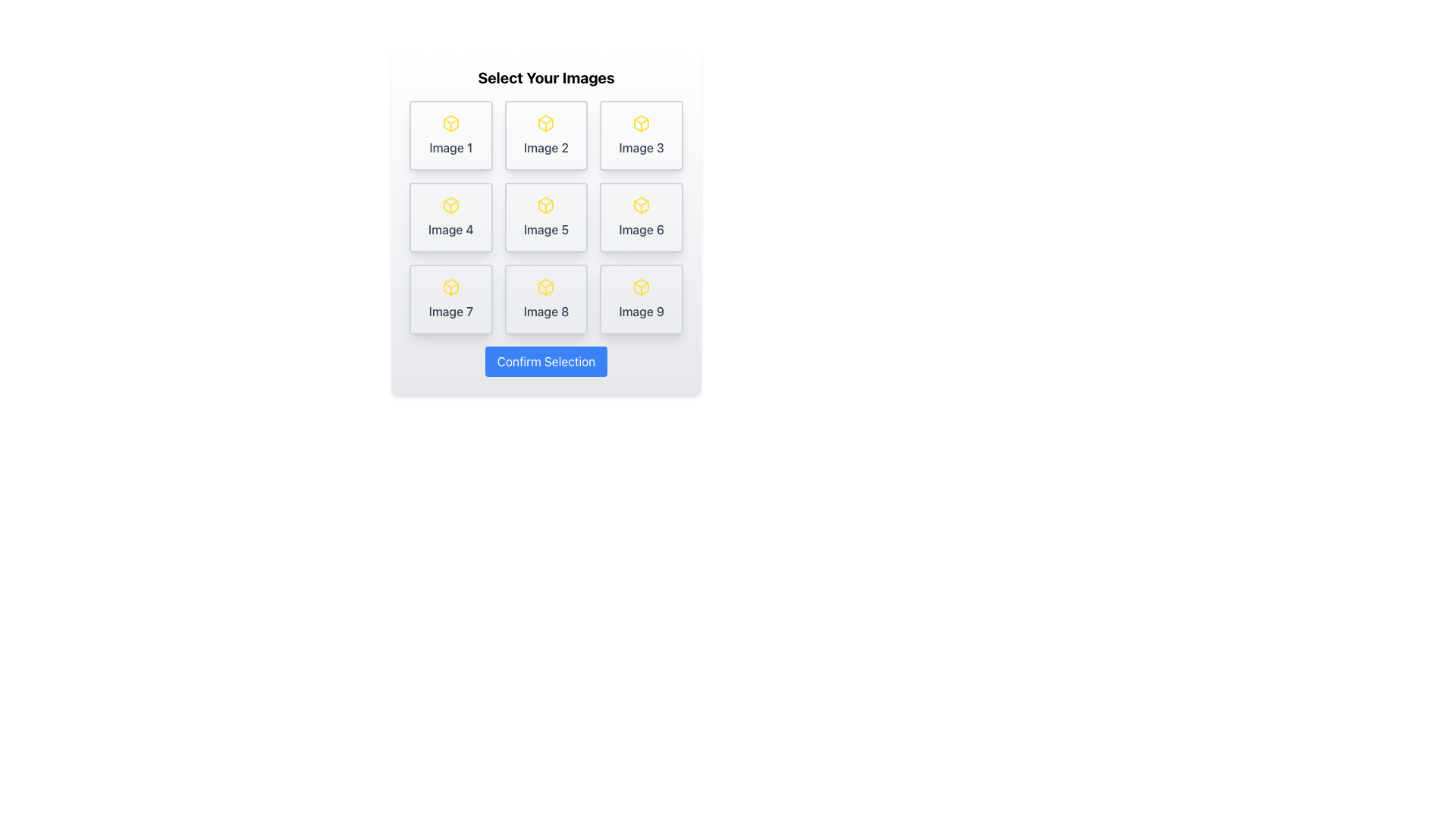  What do you see at coordinates (450, 205) in the screenshot?
I see `the yellow box icon labeled 'Image 4'` at bounding box center [450, 205].